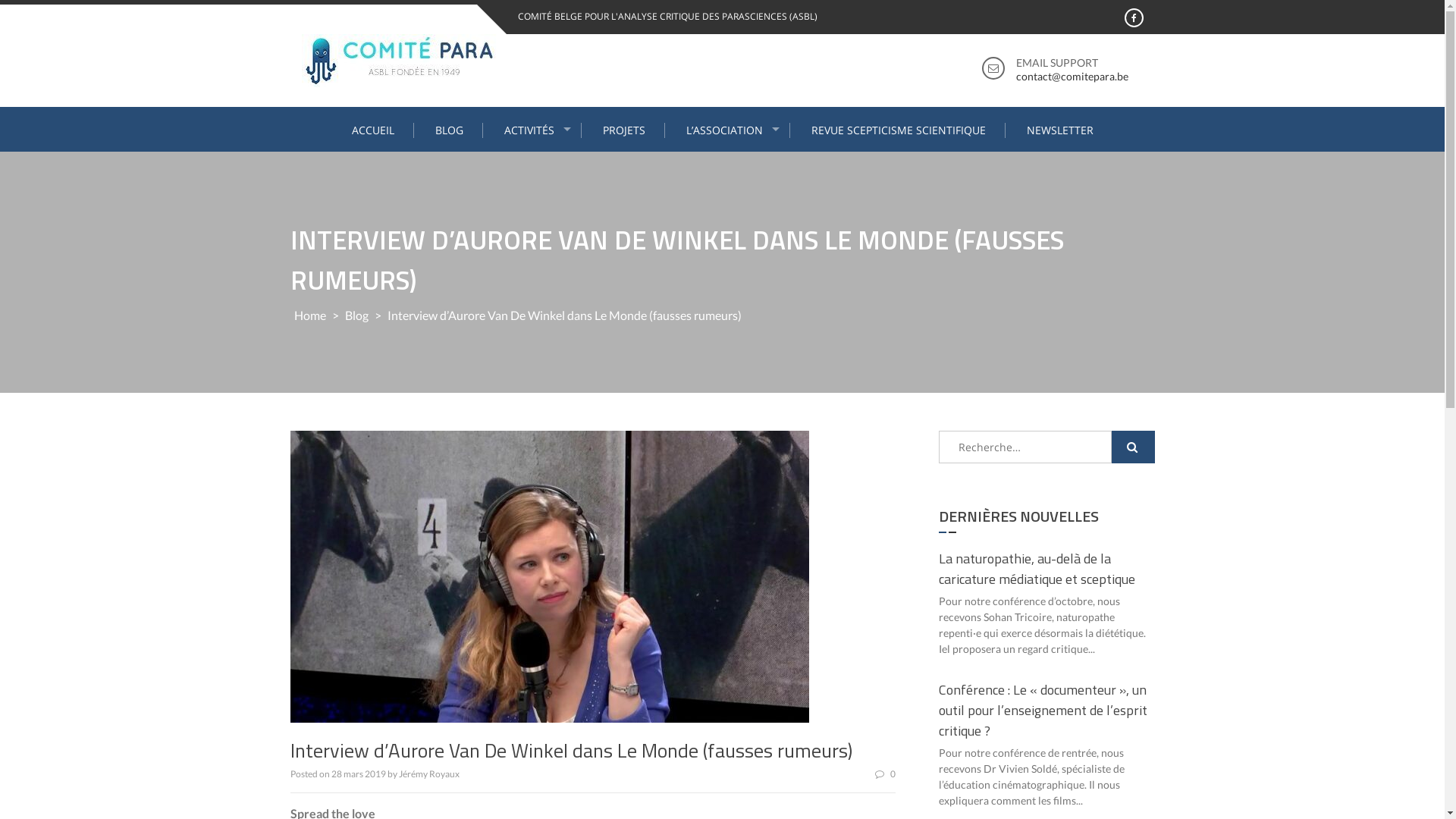  Describe the element at coordinates (898, 130) in the screenshot. I see `'REVUE SCEPTICISME SCIENTIFIQUE'` at that location.